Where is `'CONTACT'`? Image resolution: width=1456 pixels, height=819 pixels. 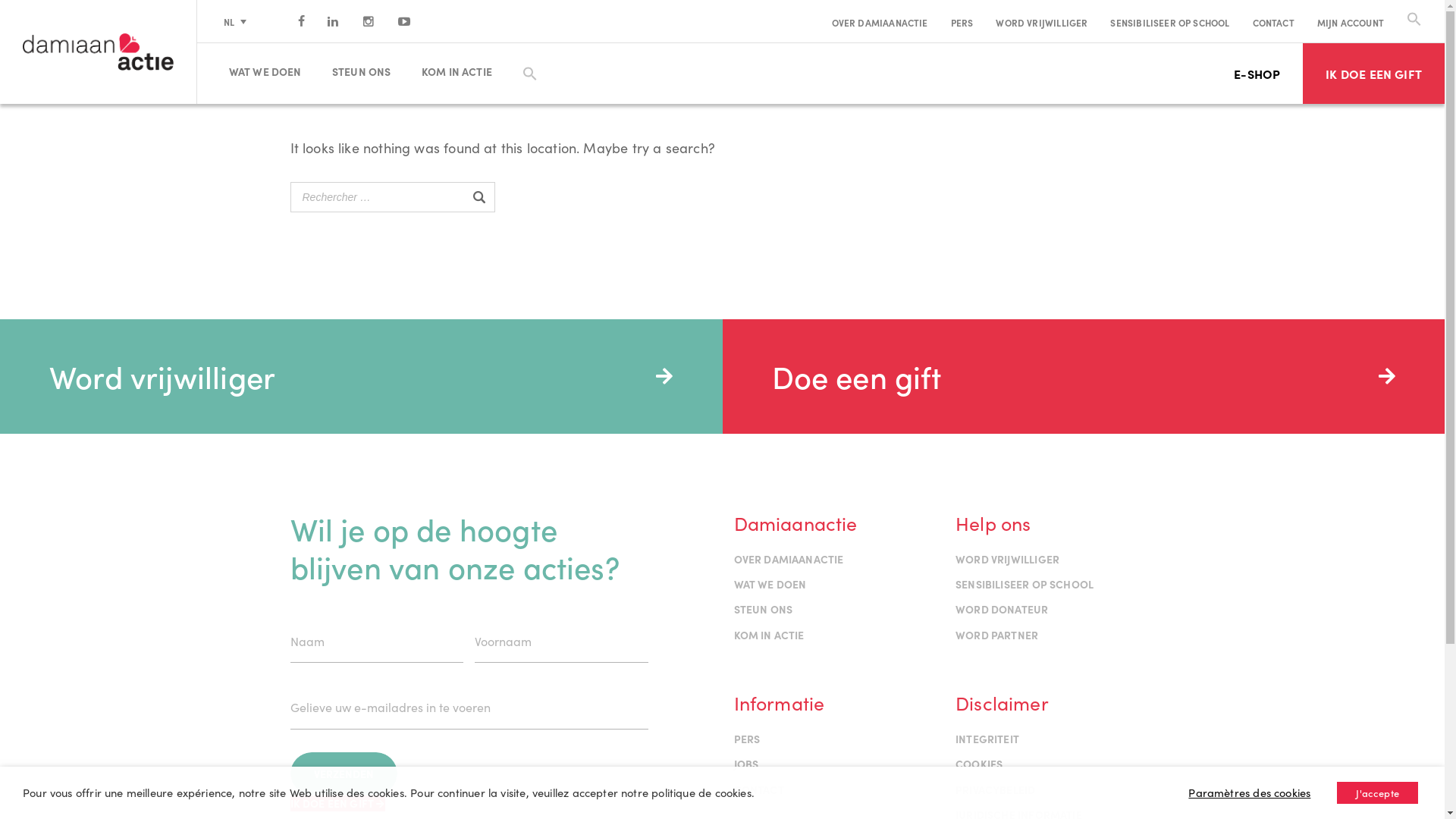 'CONTACT' is located at coordinates (1273, 22).